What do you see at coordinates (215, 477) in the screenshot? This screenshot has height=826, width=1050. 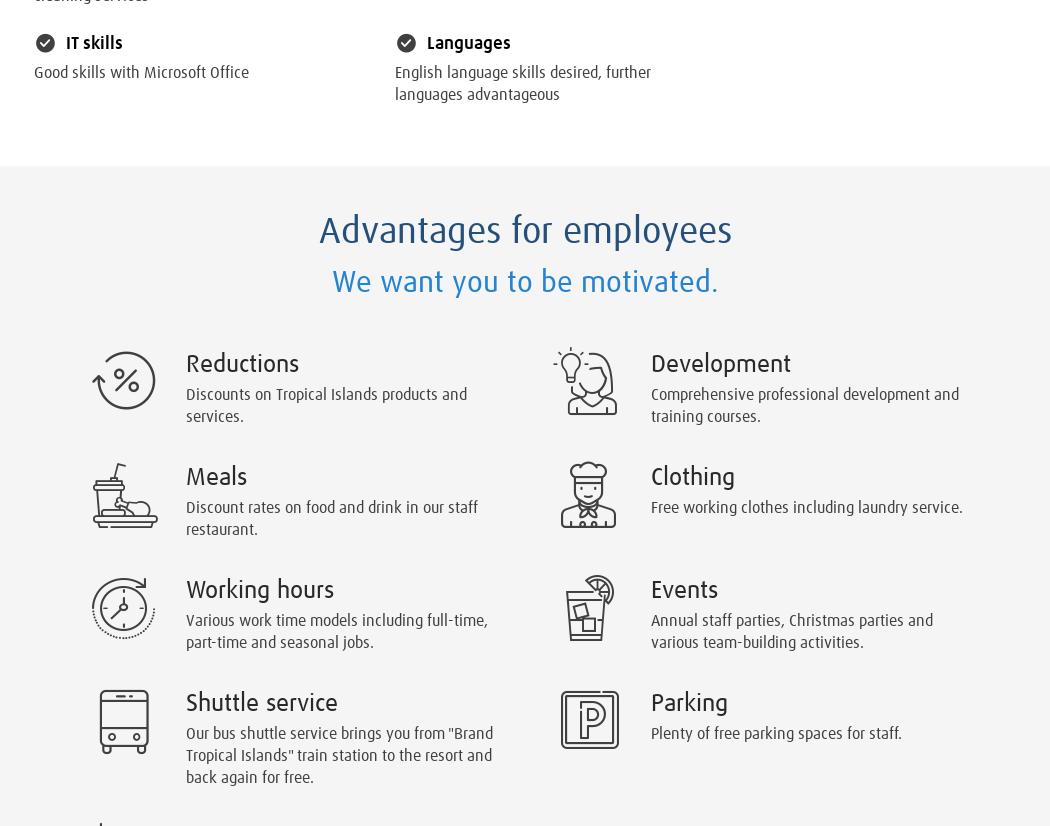 I see `'Meals'` at bounding box center [215, 477].